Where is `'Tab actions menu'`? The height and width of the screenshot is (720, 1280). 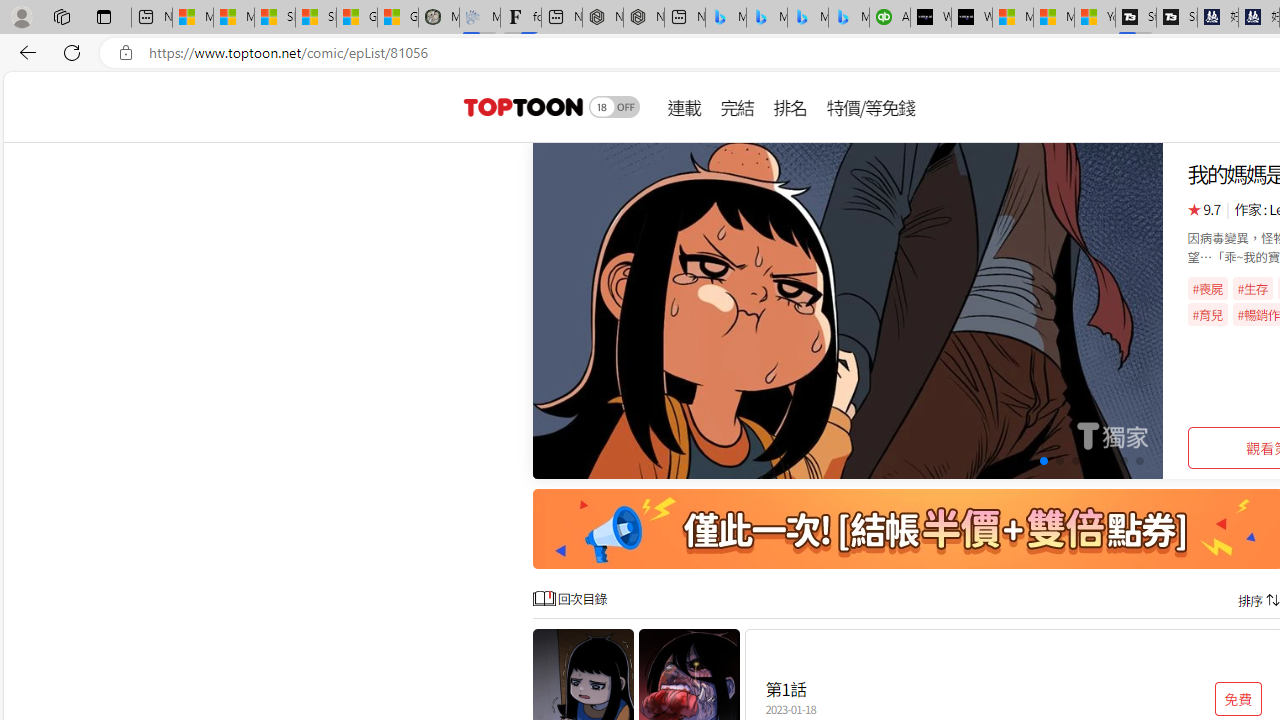
'Tab actions menu' is located at coordinates (103, 16).